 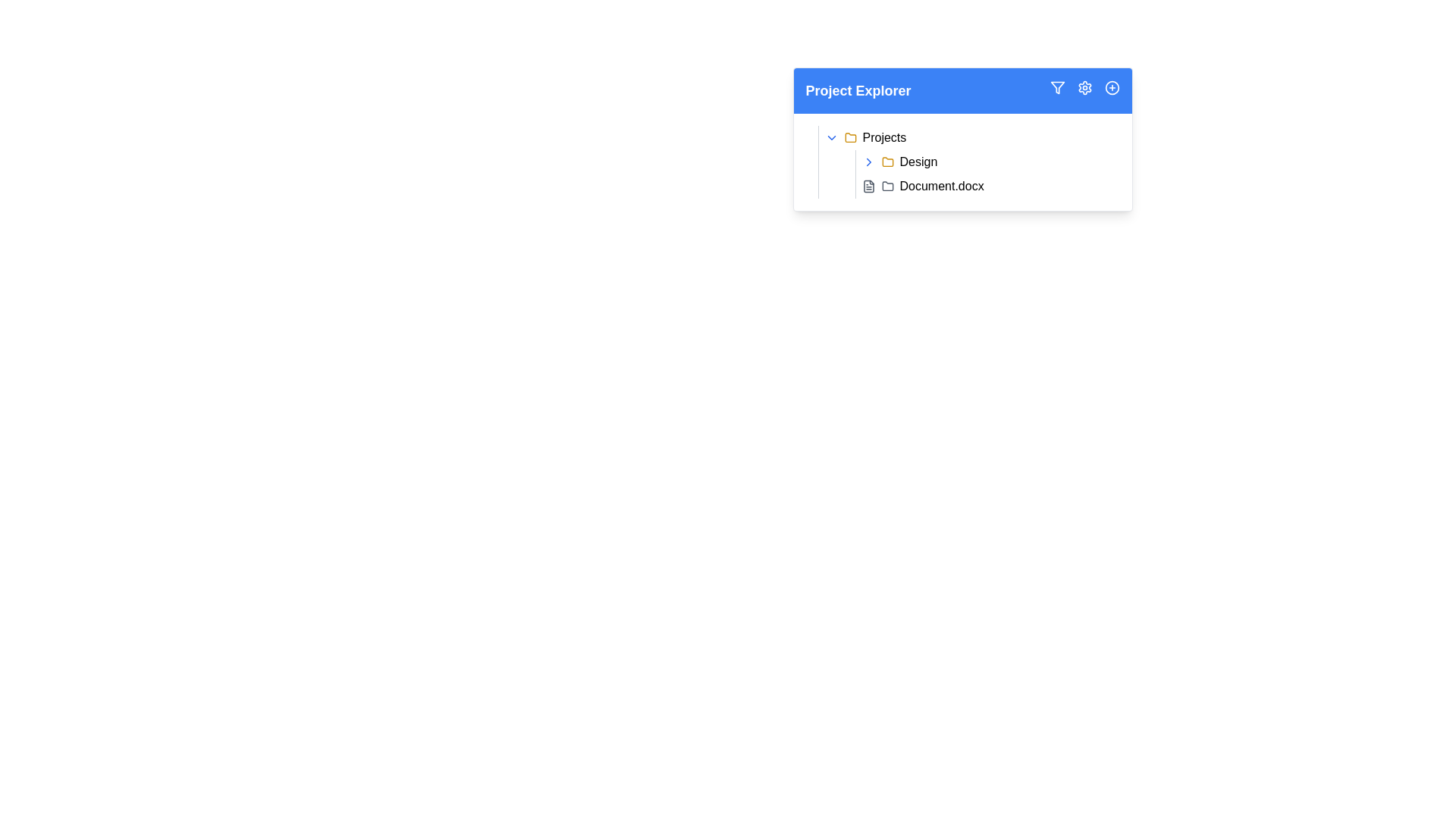 What do you see at coordinates (987, 186) in the screenshot?
I see `the file named 'Document.docx'` at bounding box center [987, 186].